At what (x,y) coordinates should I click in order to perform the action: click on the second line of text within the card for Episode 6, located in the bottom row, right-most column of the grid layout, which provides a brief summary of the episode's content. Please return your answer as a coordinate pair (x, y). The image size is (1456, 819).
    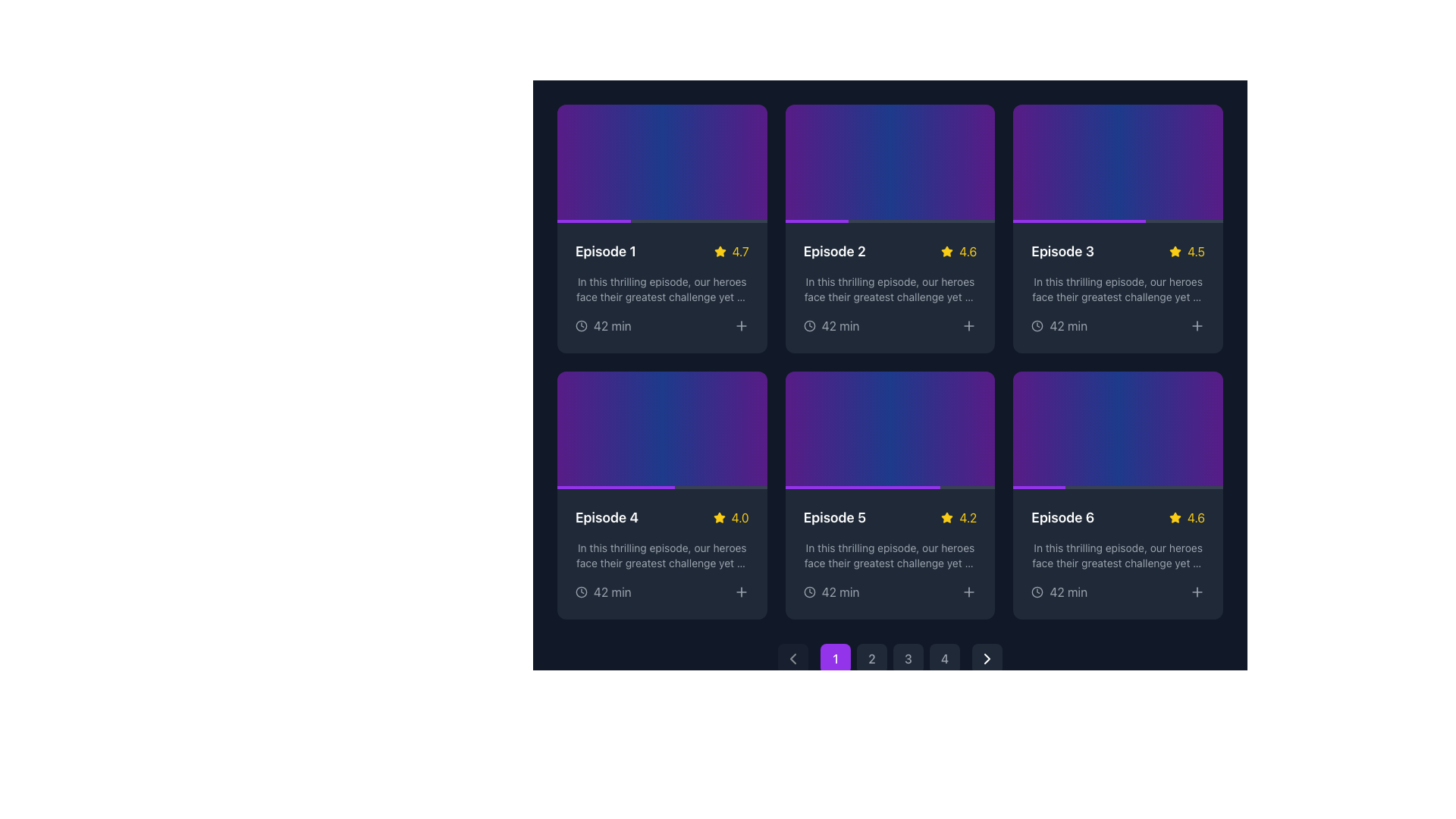
    Looking at the image, I should click on (1118, 556).